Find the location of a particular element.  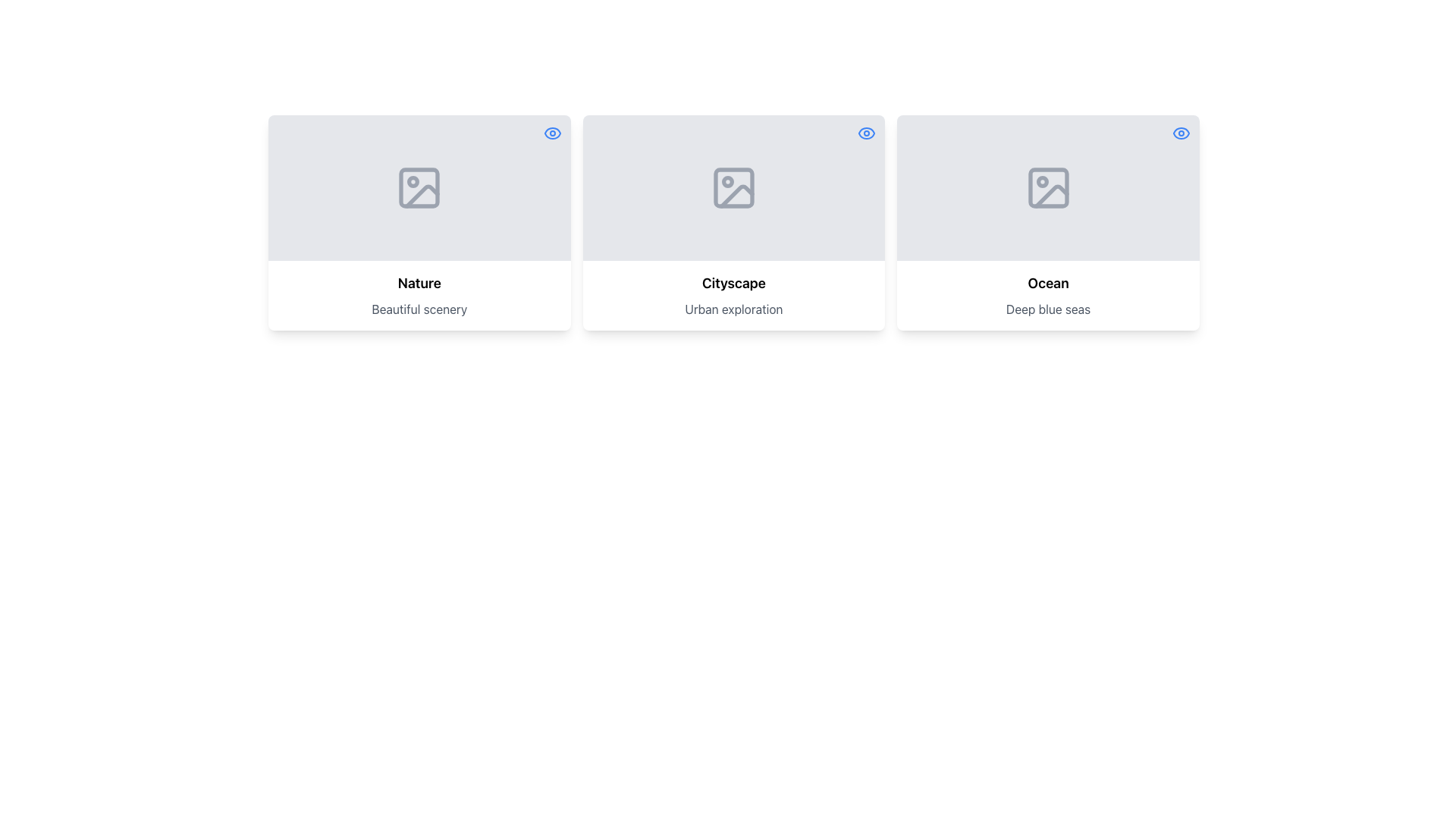

the icon located in the top-right corner of the 'Nature' card is located at coordinates (551, 133).